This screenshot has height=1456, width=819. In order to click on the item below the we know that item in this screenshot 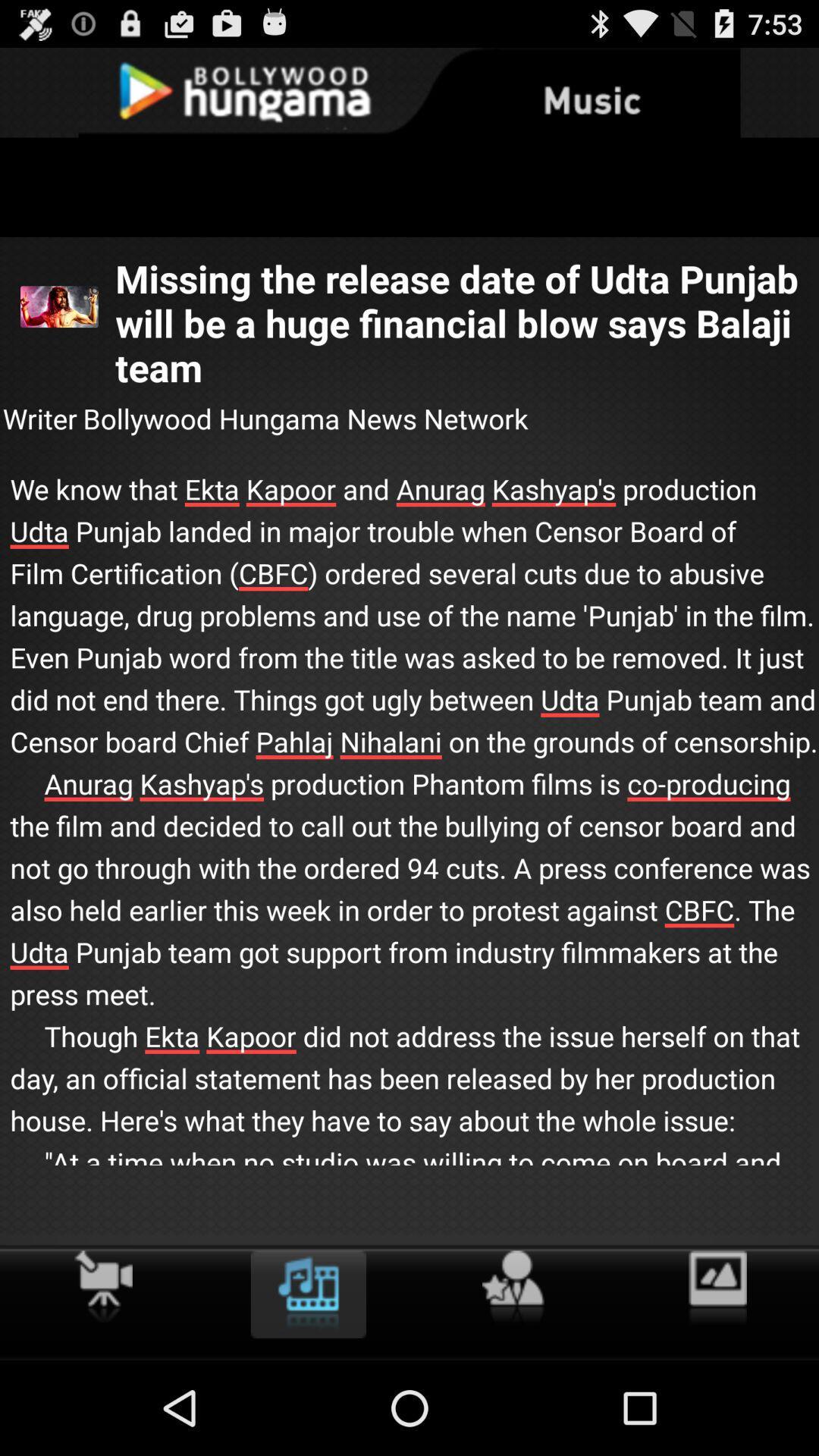, I will do `click(102, 1285)`.